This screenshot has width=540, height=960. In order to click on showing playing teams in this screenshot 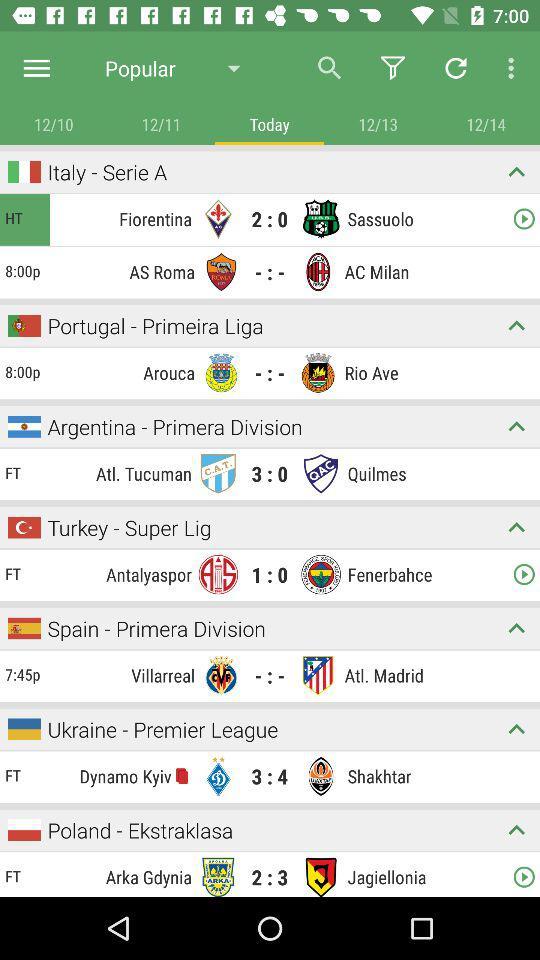, I will do `click(516, 526)`.